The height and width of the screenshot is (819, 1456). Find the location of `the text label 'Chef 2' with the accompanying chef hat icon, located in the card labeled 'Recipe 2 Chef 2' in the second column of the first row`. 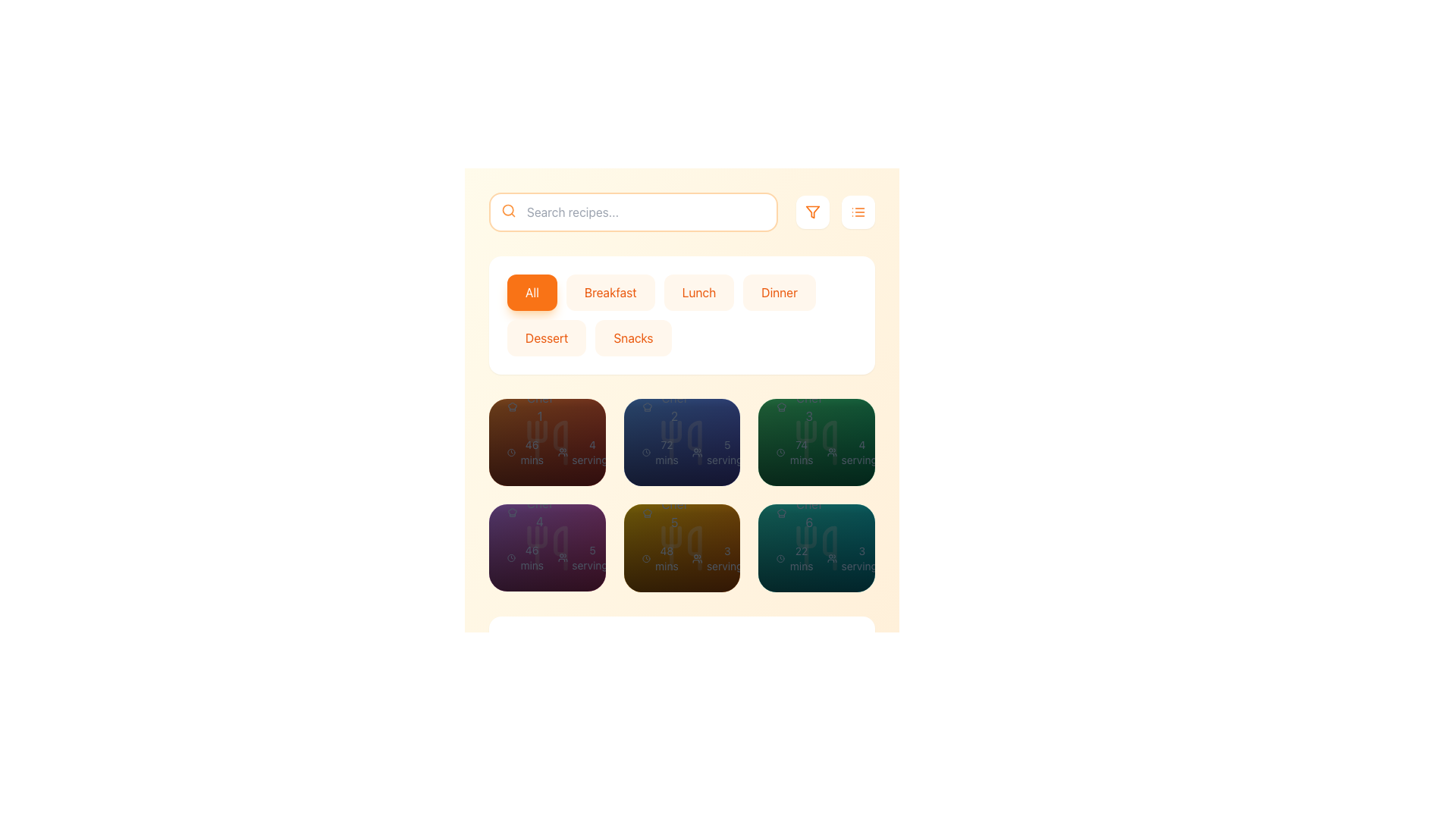

the text label 'Chef 2' with the accompanying chef hat icon, located in the card labeled 'Recipe 2 Chef 2' in the second column of the first row is located at coordinates (666, 406).